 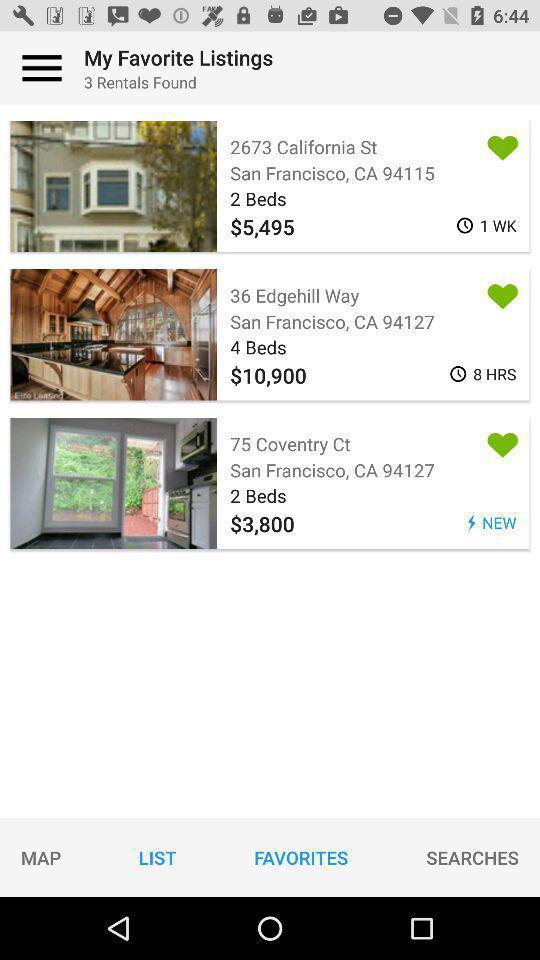 I want to click on icon to the right of the list icon, so click(x=300, y=856).